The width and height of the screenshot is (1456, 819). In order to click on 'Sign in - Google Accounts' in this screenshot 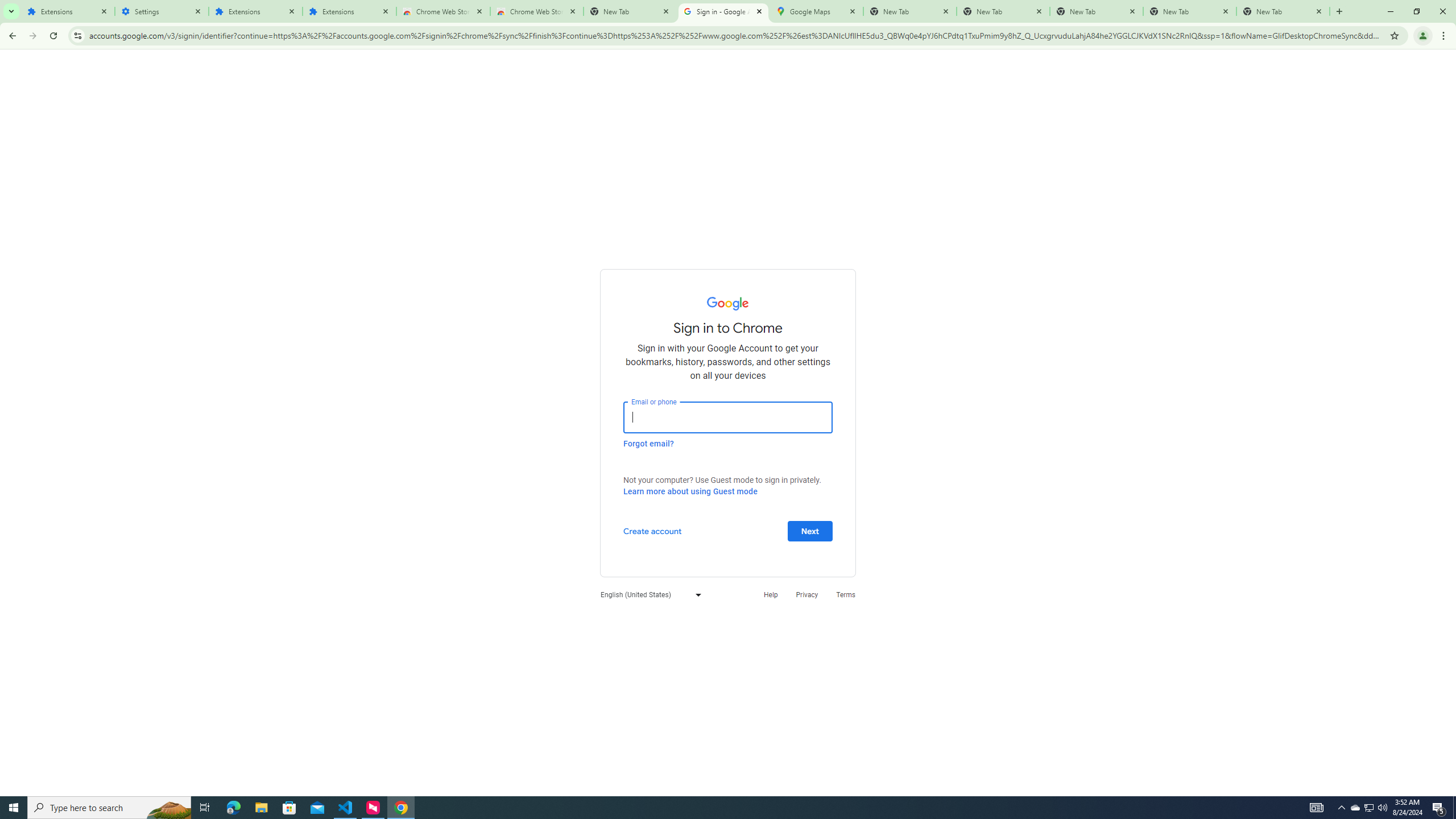, I will do `click(723, 11)`.